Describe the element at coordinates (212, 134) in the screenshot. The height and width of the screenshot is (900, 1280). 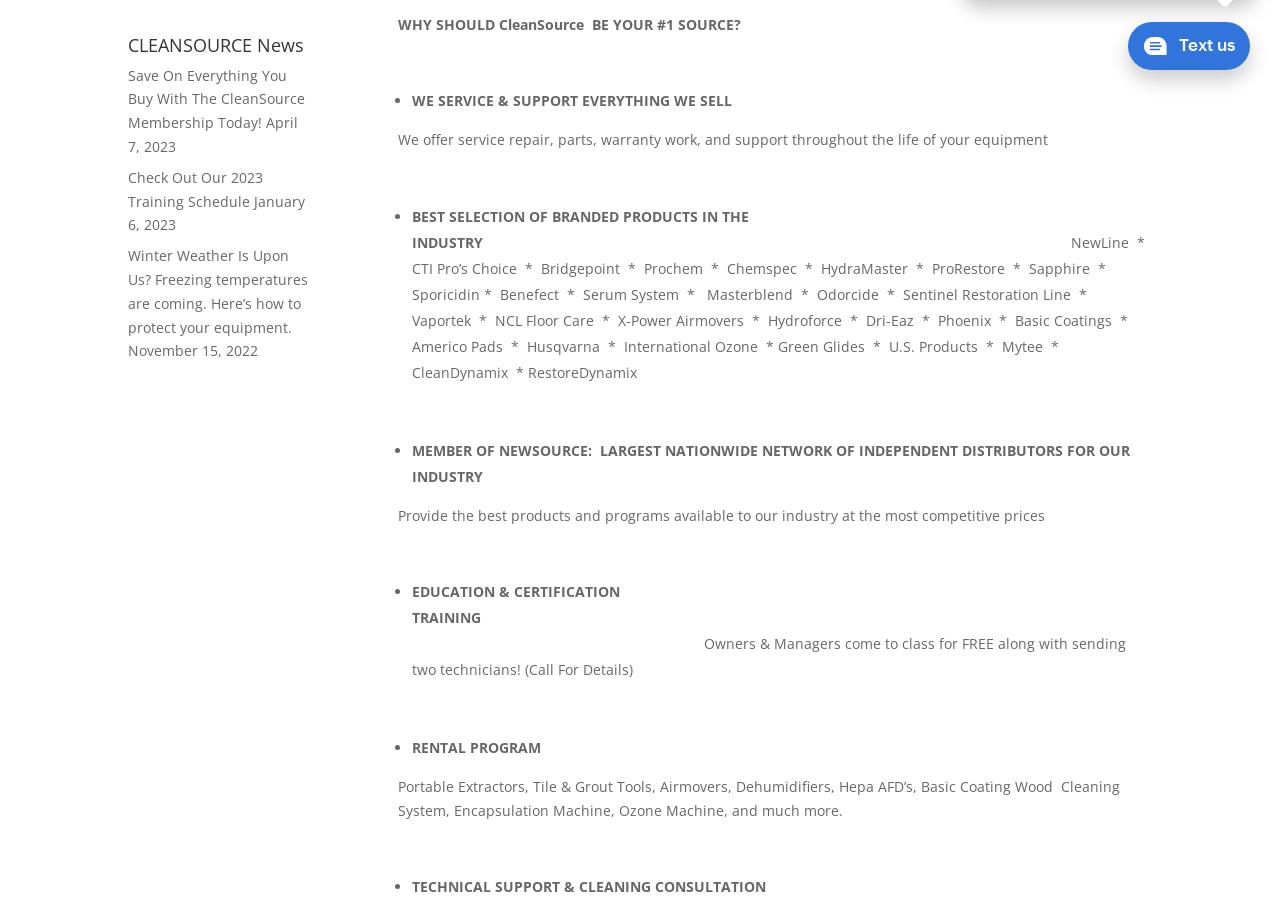
I see `'April 7, 2023'` at that location.